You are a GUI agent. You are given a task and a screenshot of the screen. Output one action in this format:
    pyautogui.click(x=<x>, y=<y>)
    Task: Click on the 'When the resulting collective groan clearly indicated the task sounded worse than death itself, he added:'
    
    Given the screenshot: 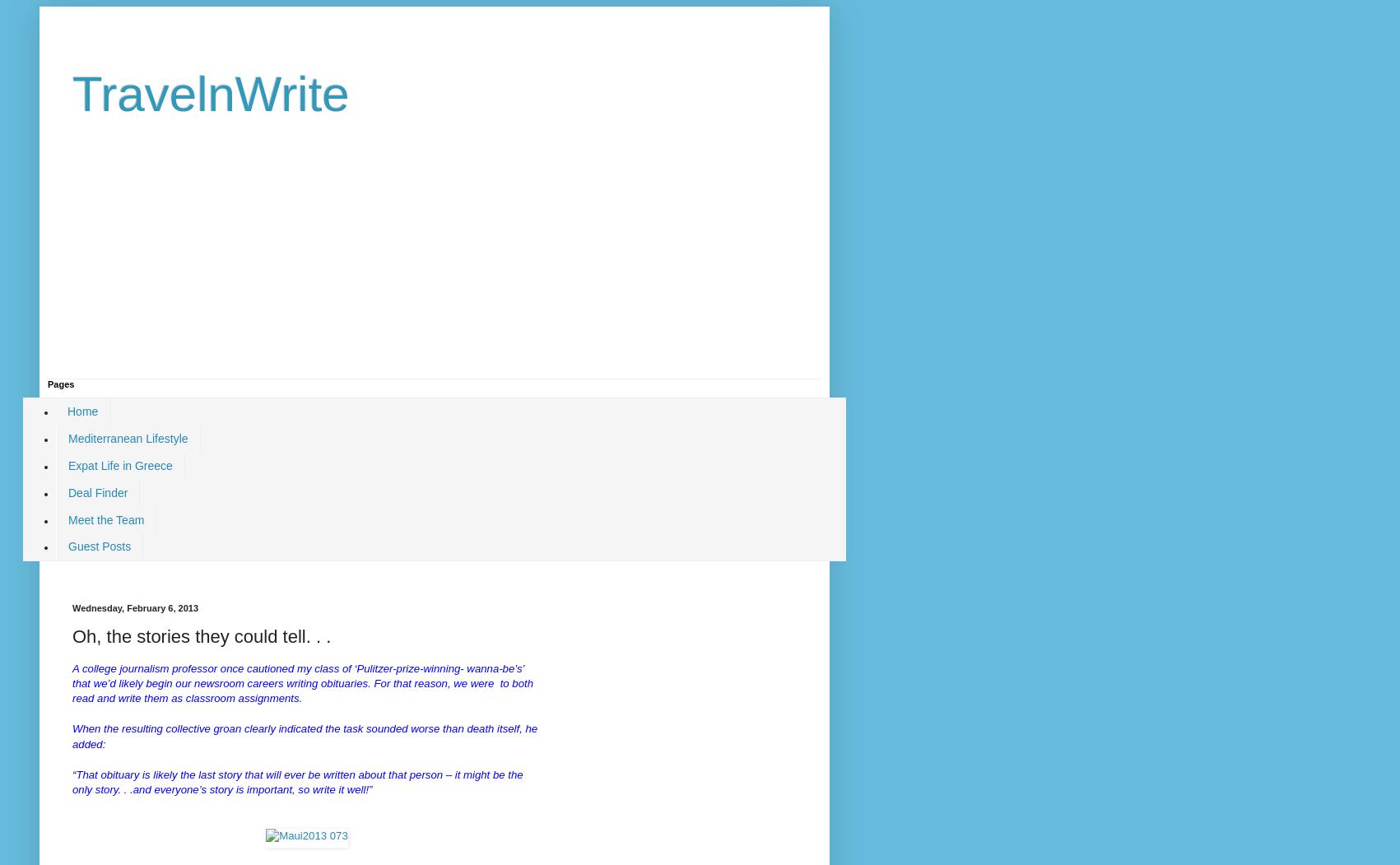 What is the action you would take?
    pyautogui.click(x=304, y=736)
    